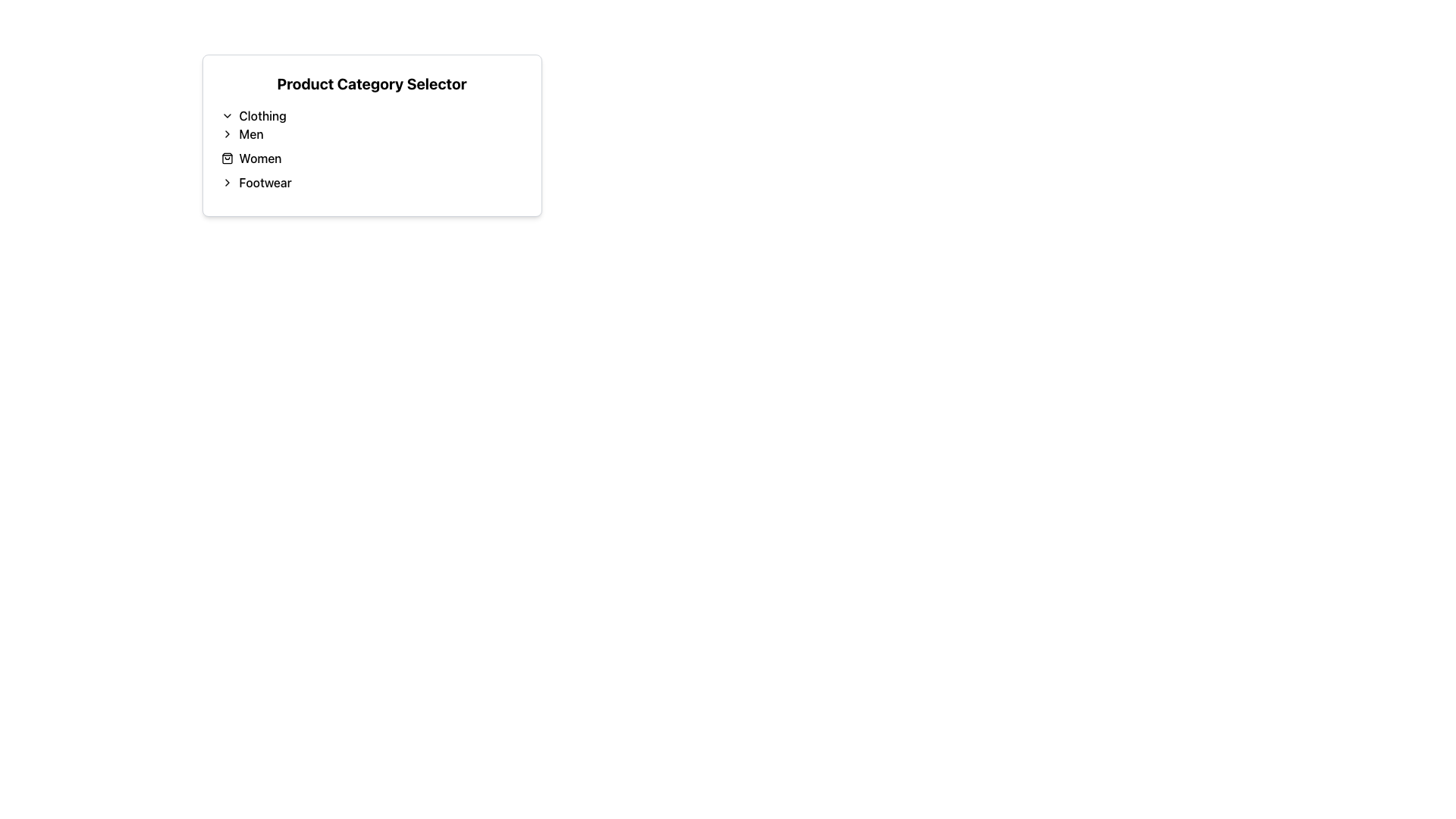  Describe the element at coordinates (226, 158) in the screenshot. I see `the shopping bag icon in the 'Women' category of the 'Product Category Selector'` at that location.